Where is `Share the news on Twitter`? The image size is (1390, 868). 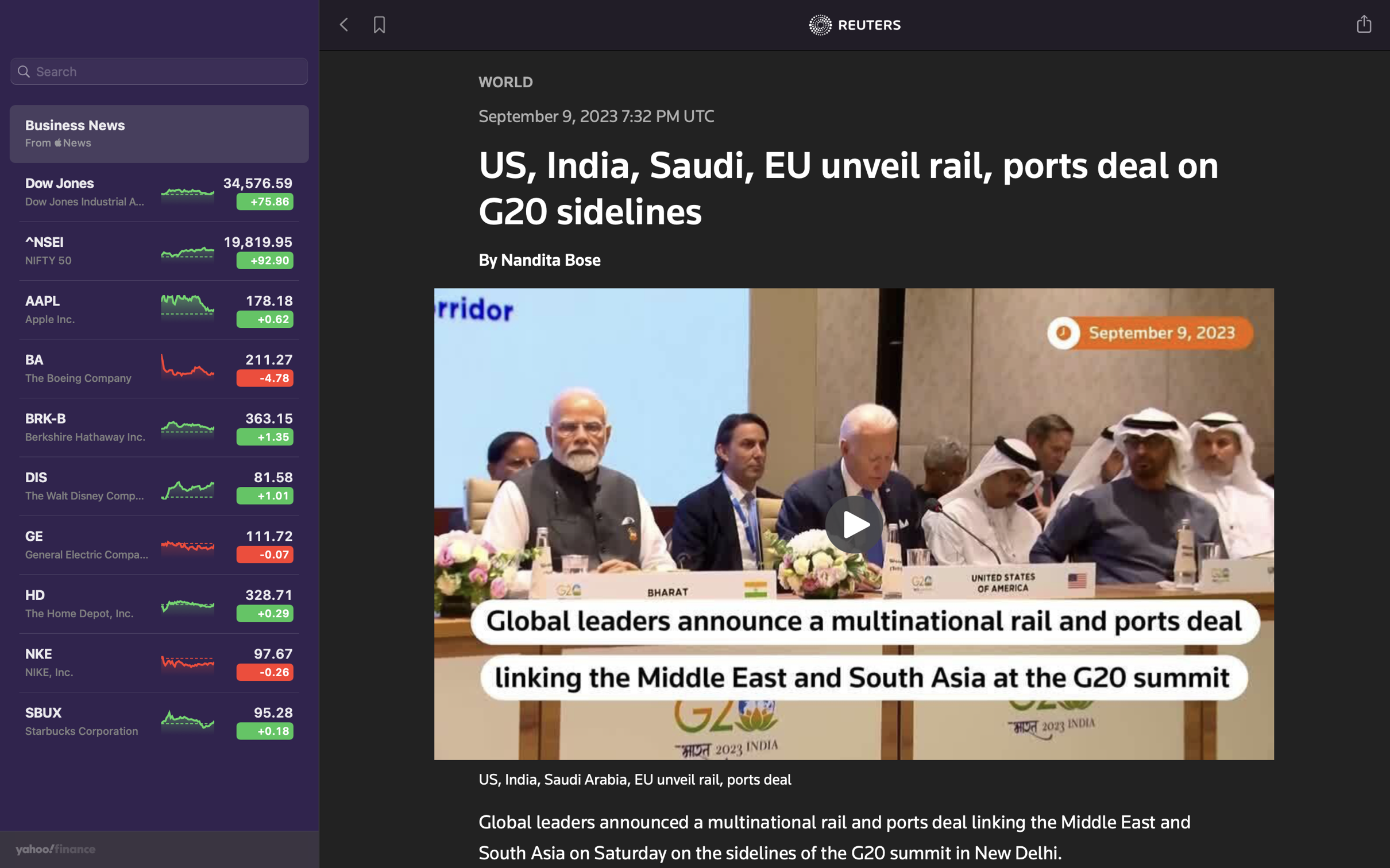
Share the news on Twitter is located at coordinates (1365, 22).